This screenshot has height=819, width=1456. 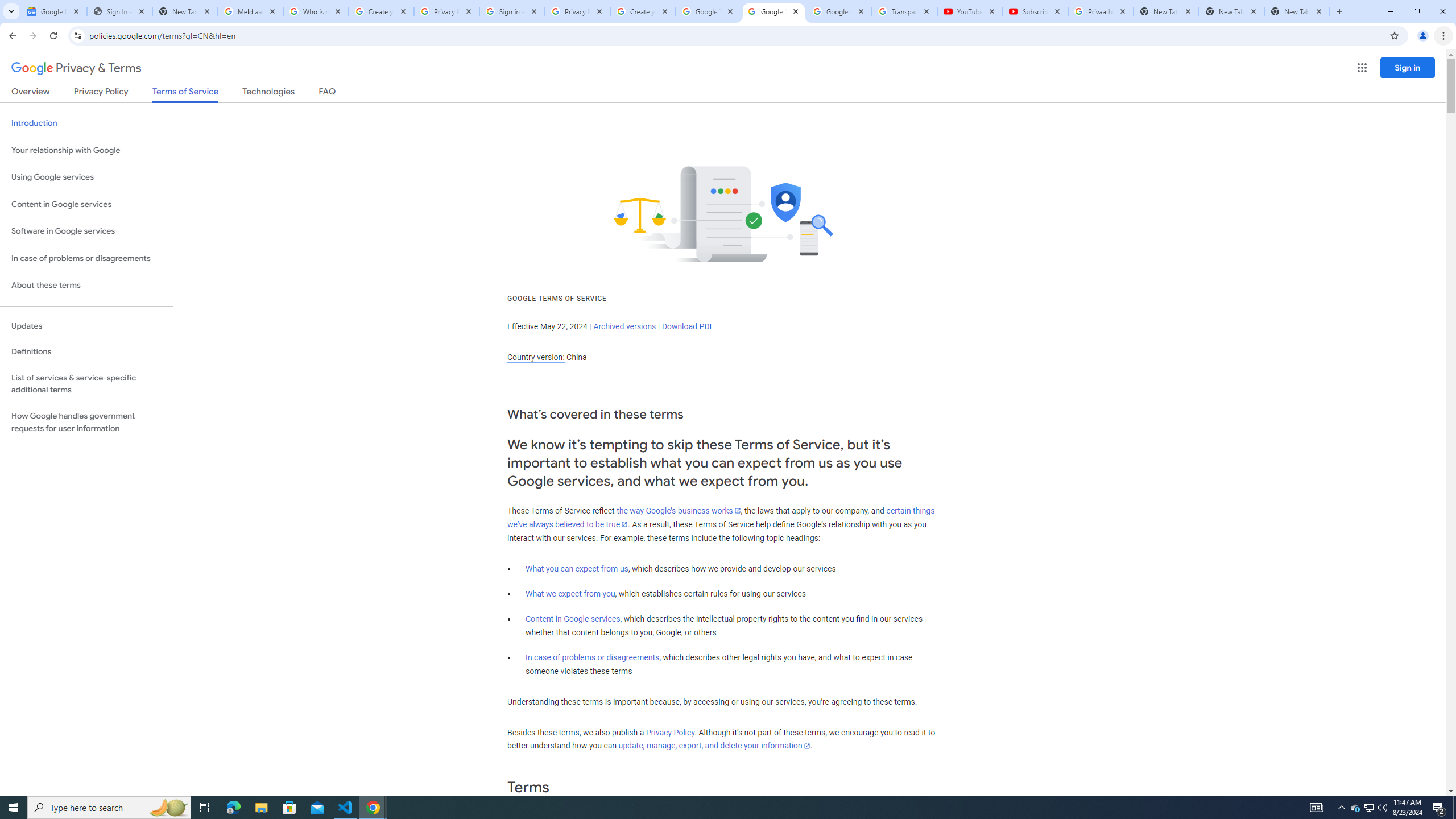 What do you see at coordinates (687, 325) in the screenshot?
I see `'Download PDF'` at bounding box center [687, 325].